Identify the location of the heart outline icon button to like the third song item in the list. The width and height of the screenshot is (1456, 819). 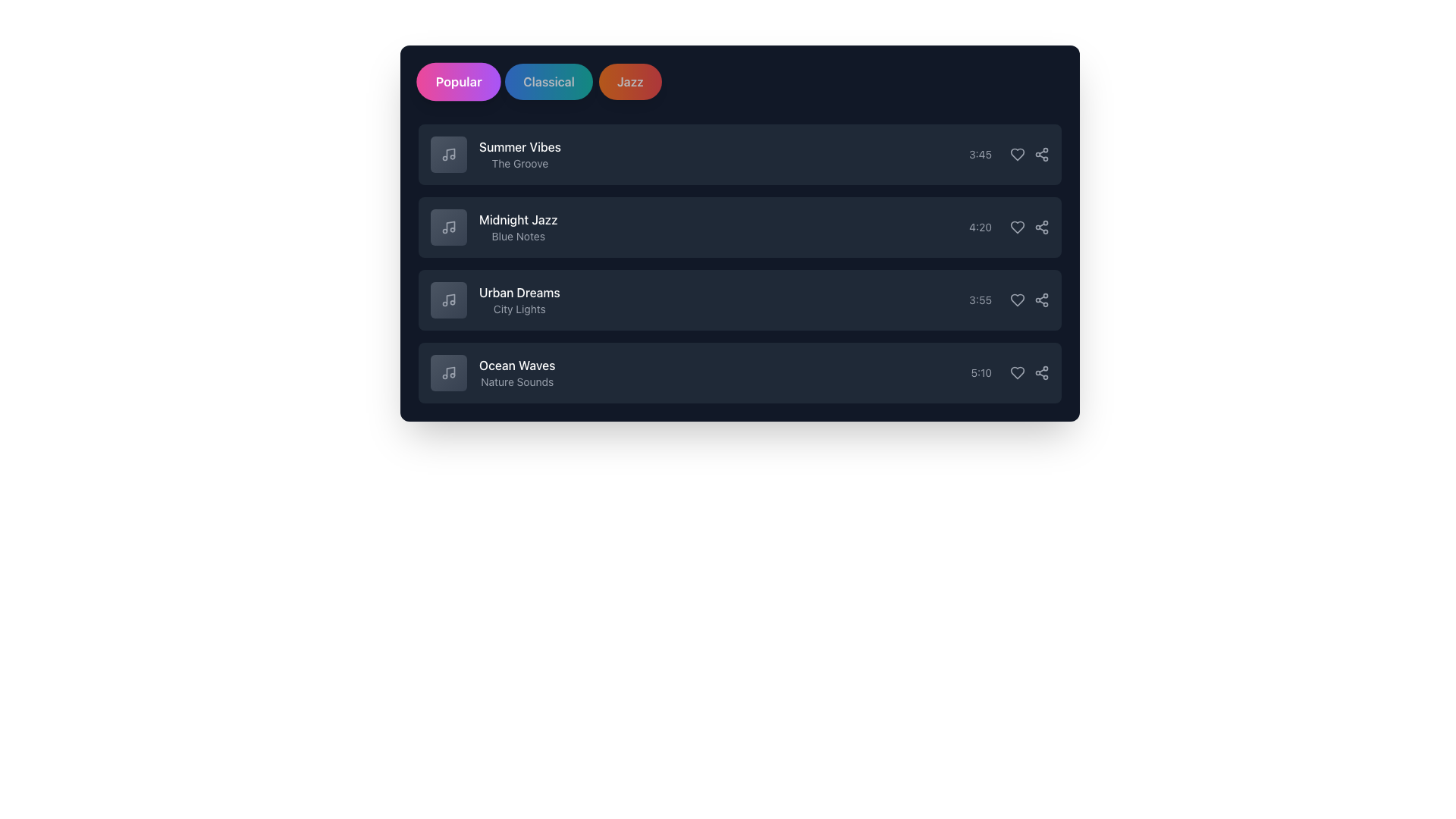
(1018, 300).